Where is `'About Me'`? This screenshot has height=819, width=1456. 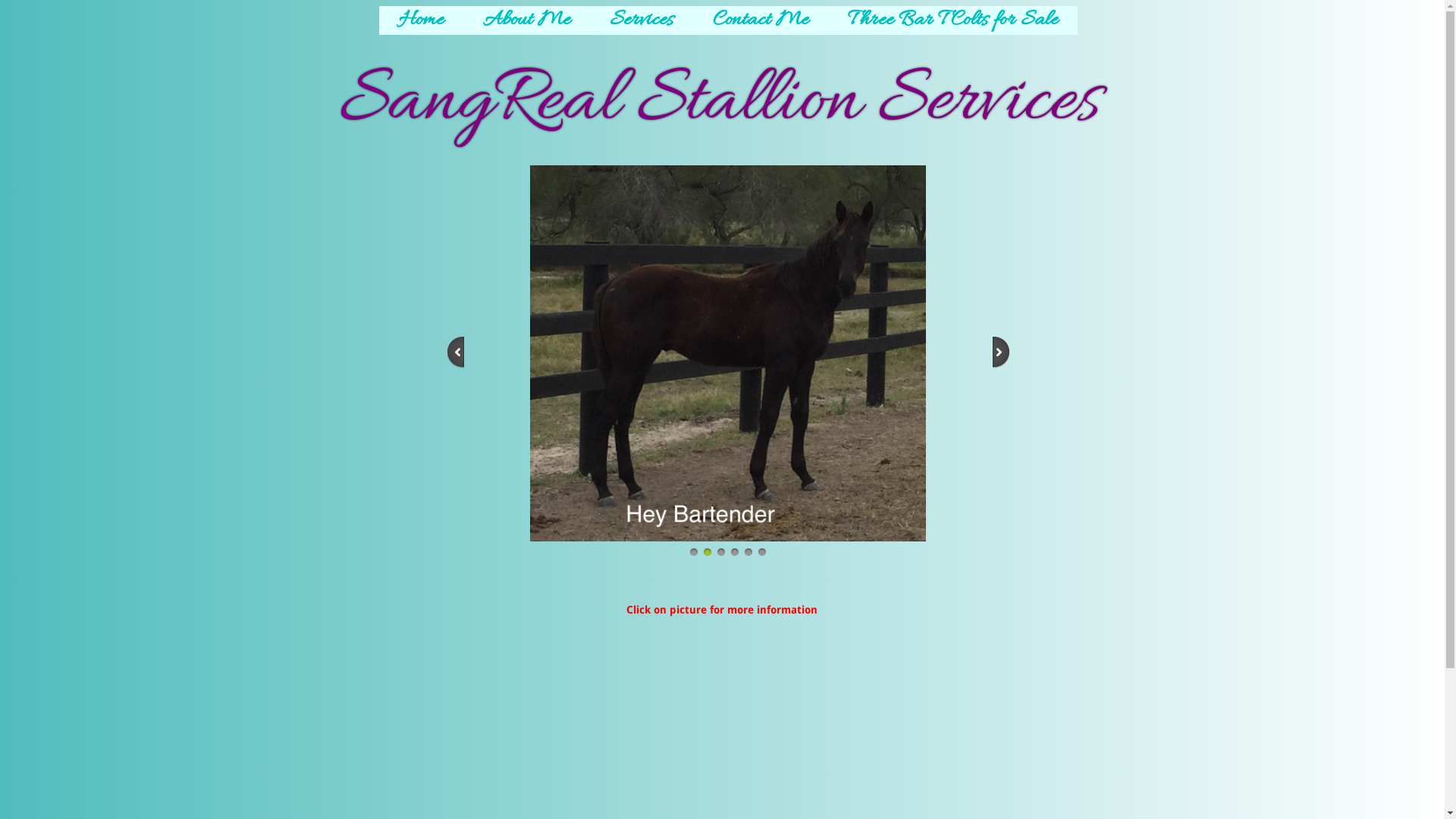
'About Me' is located at coordinates (461, 20).